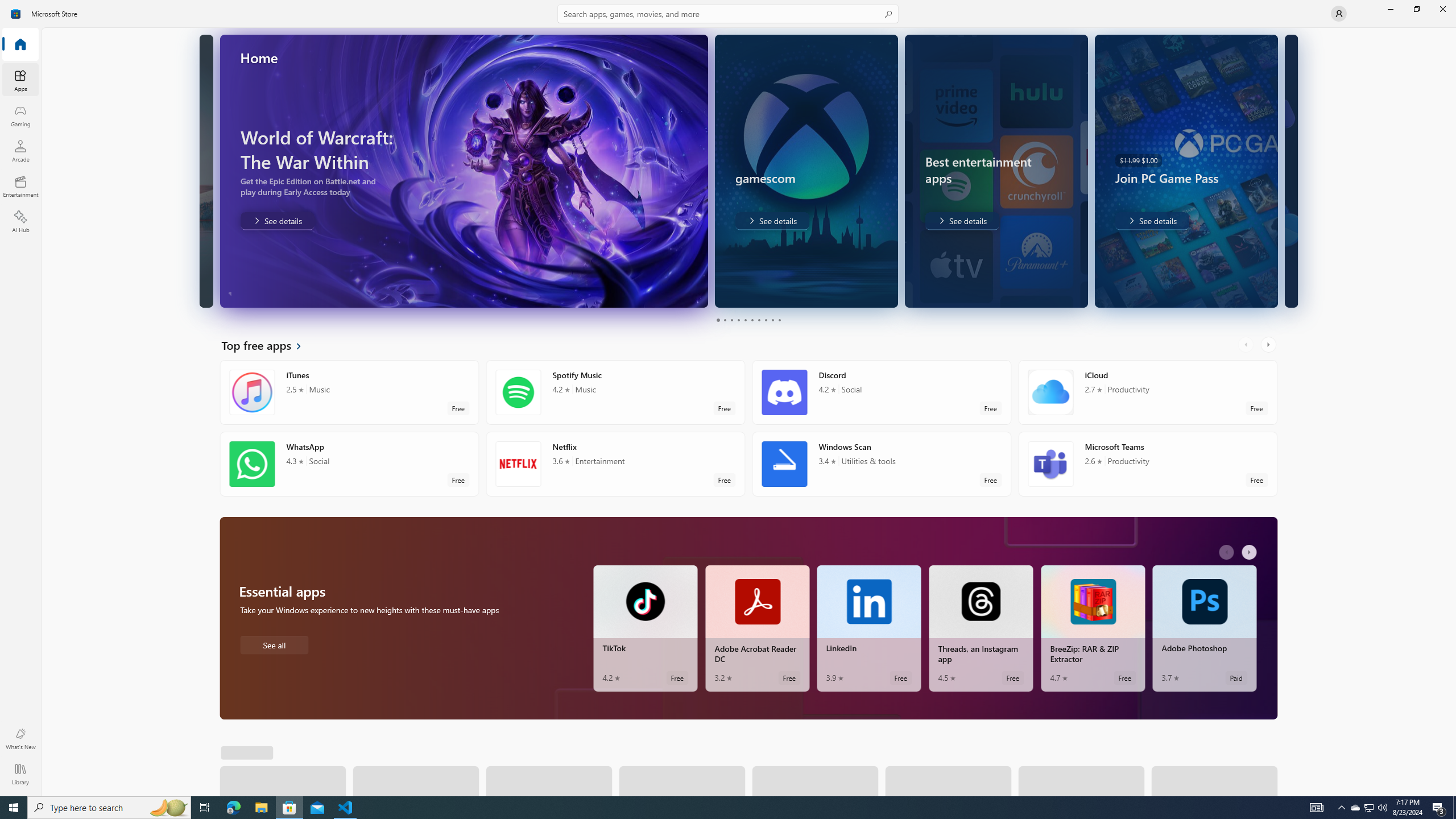  I want to click on 'Library', so click(19, 773).